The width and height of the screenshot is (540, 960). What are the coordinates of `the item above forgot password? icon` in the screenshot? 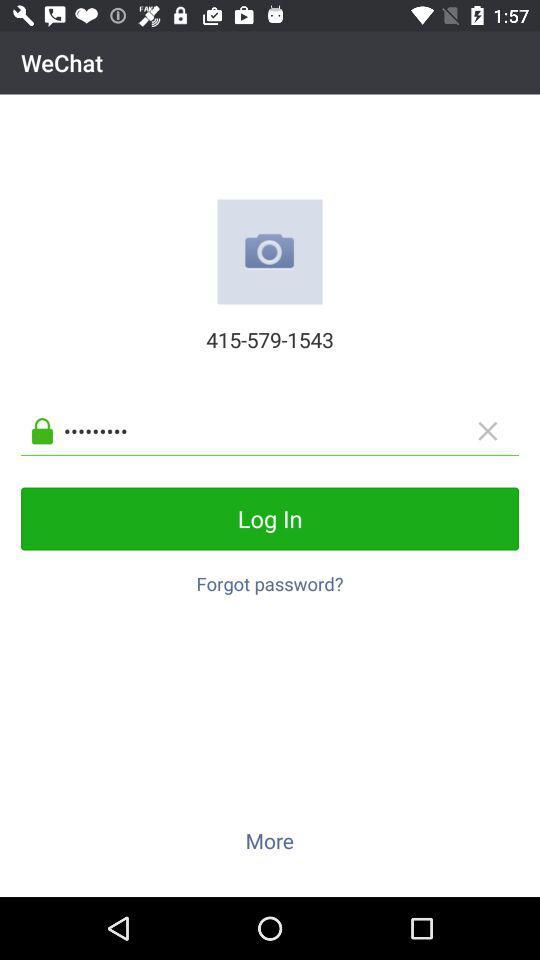 It's located at (270, 517).